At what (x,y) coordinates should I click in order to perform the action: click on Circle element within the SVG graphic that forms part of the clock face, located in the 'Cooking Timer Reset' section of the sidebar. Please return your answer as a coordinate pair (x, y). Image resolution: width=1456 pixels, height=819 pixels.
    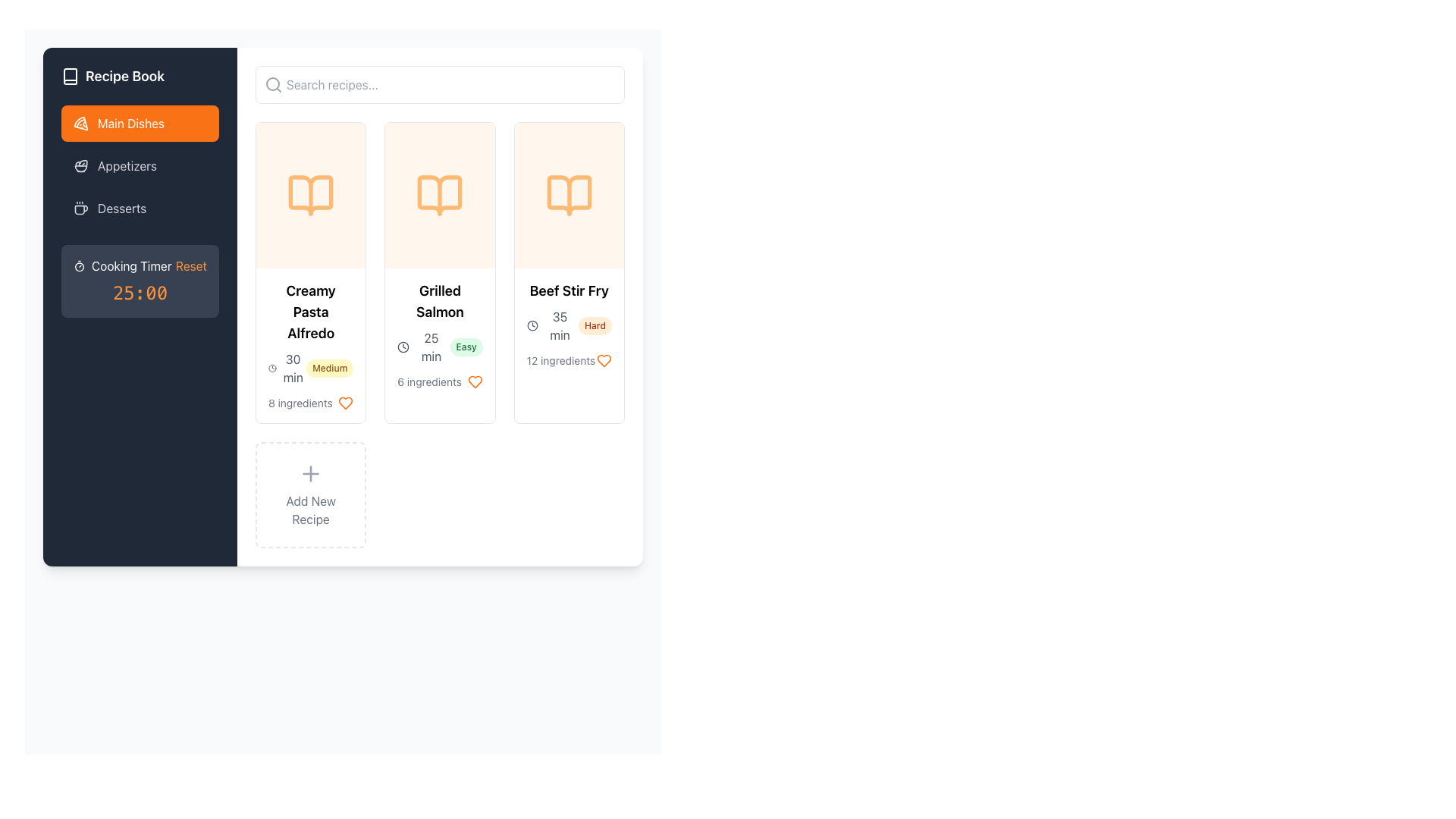
    Looking at the image, I should click on (532, 325).